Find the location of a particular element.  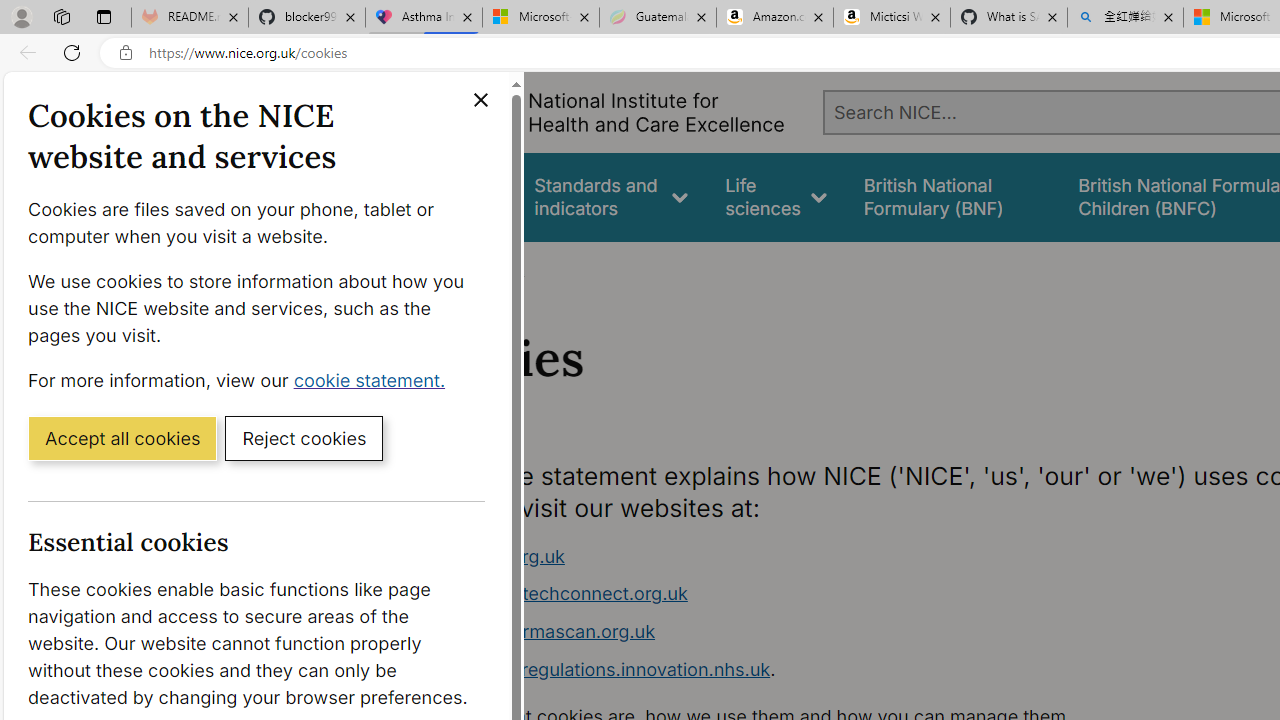

'Life sciences' is located at coordinates (775, 197).